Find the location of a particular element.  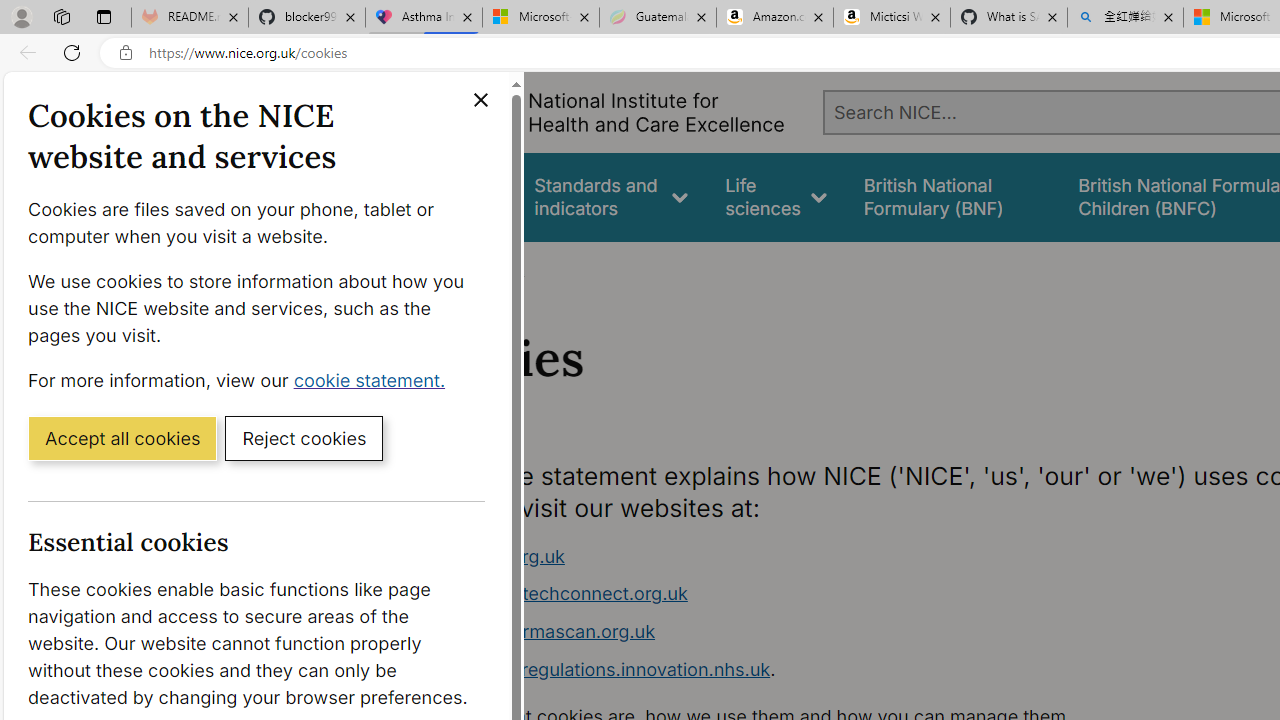

'Life sciences' is located at coordinates (775, 197).